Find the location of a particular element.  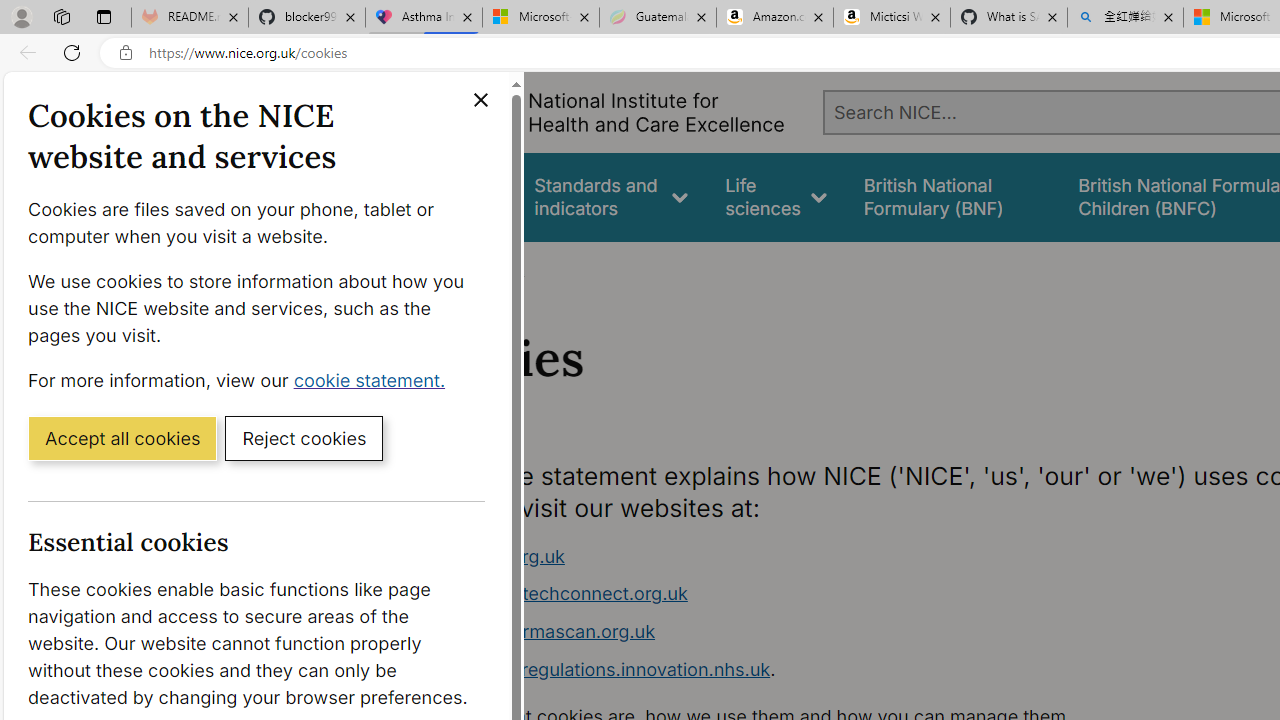

'Life sciences' is located at coordinates (775, 197).